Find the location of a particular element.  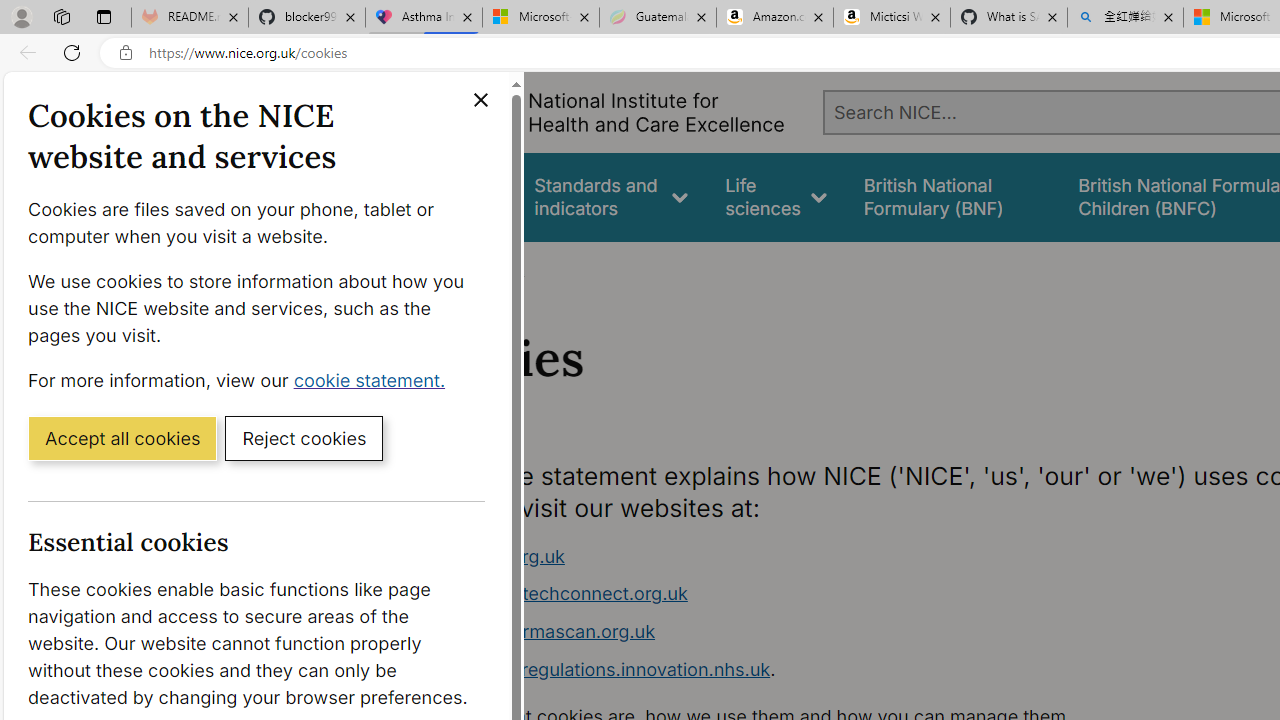

'Life sciences' is located at coordinates (775, 197).